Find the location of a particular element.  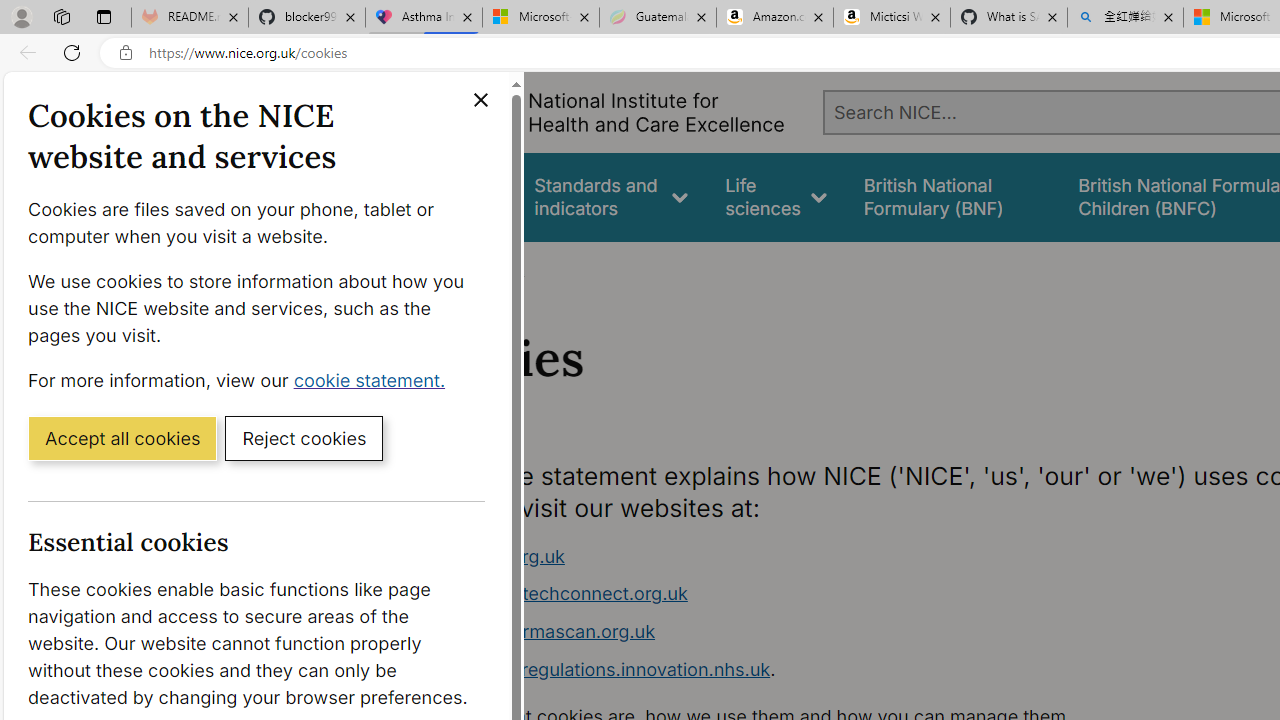

'Life sciences' is located at coordinates (775, 197).